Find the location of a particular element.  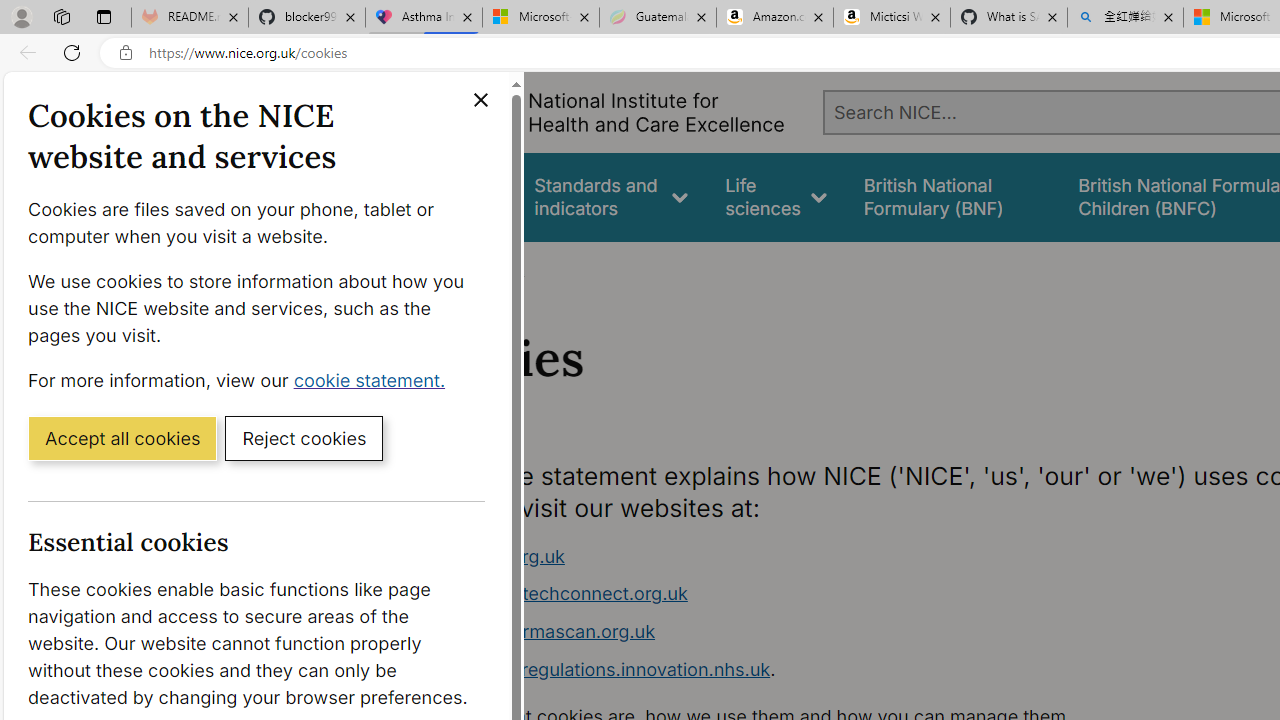

'Life sciences' is located at coordinates (775, 197).